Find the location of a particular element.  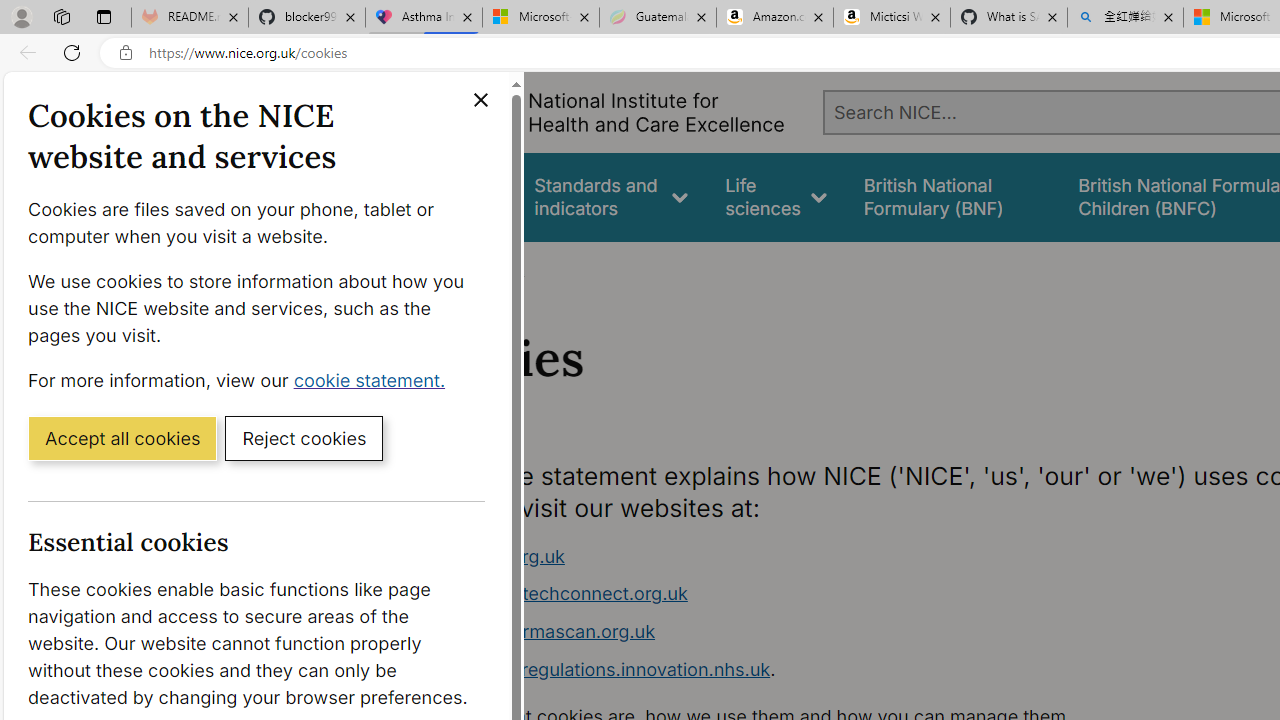

'Life sciences' is located at coordinates (775, 197).